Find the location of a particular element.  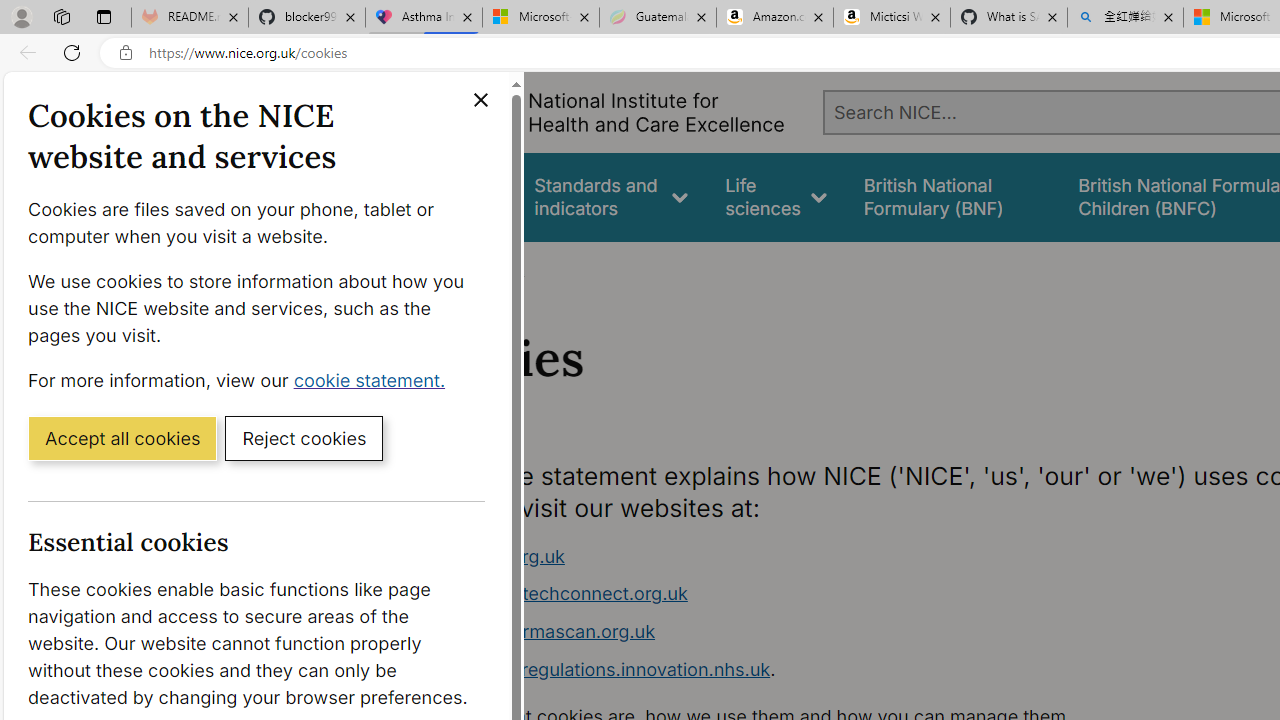

'Life sciences' is located at coordinates (775, 197).